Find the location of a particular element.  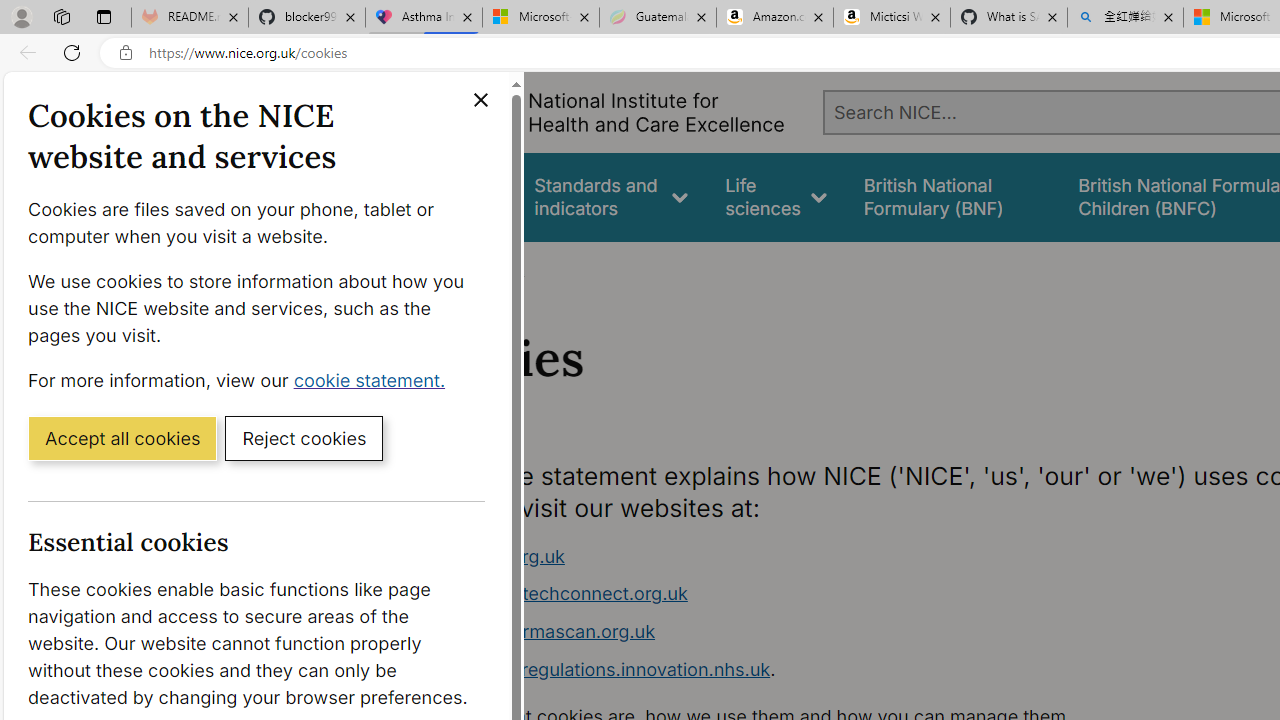

'Life sciences' is located at coordinates (775, 197).